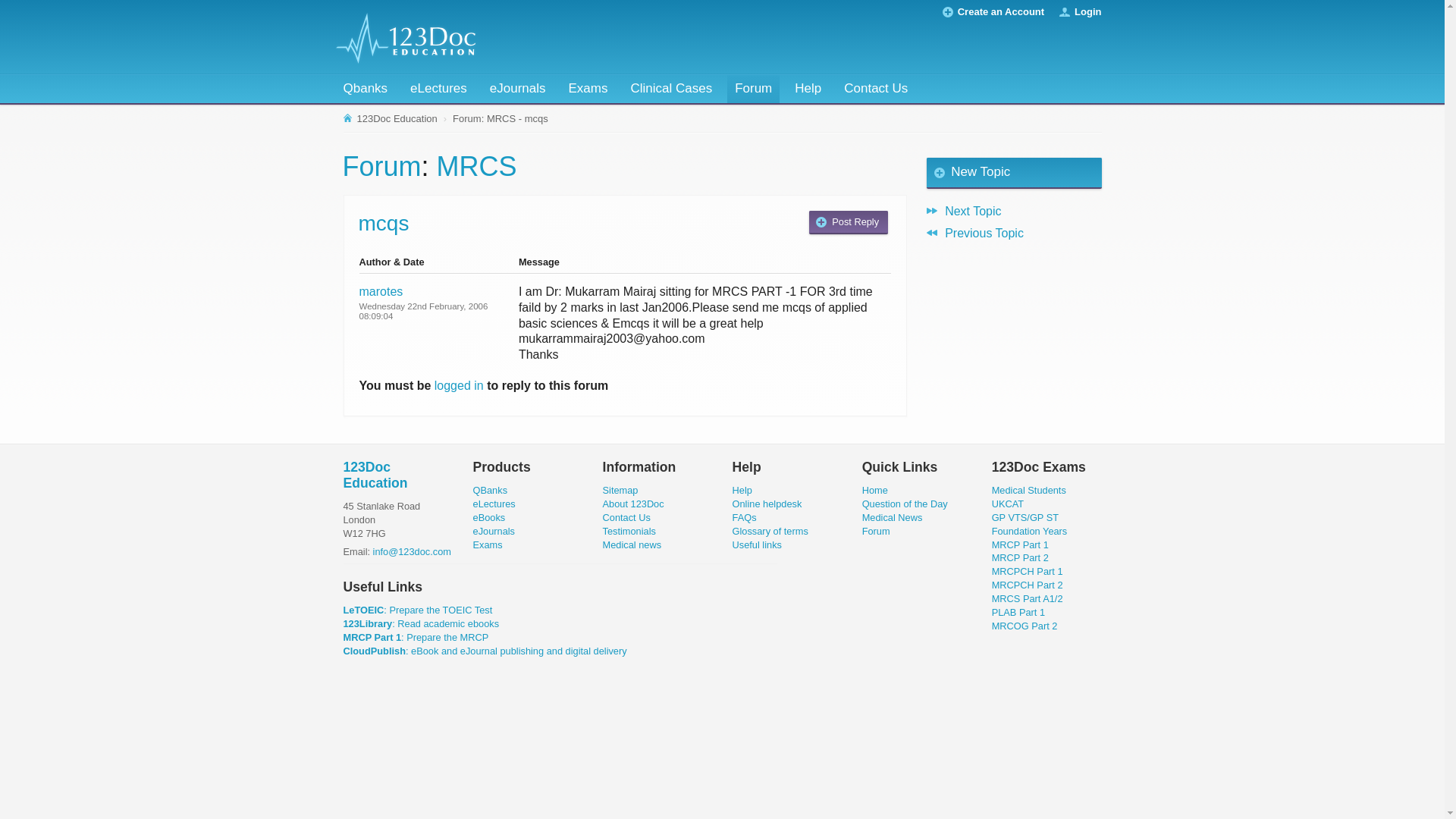 This screenshot has width=1456, height=819. Describe the element at coordinates (458, 384) in the screenshot. I see `'logged in'` at that location.